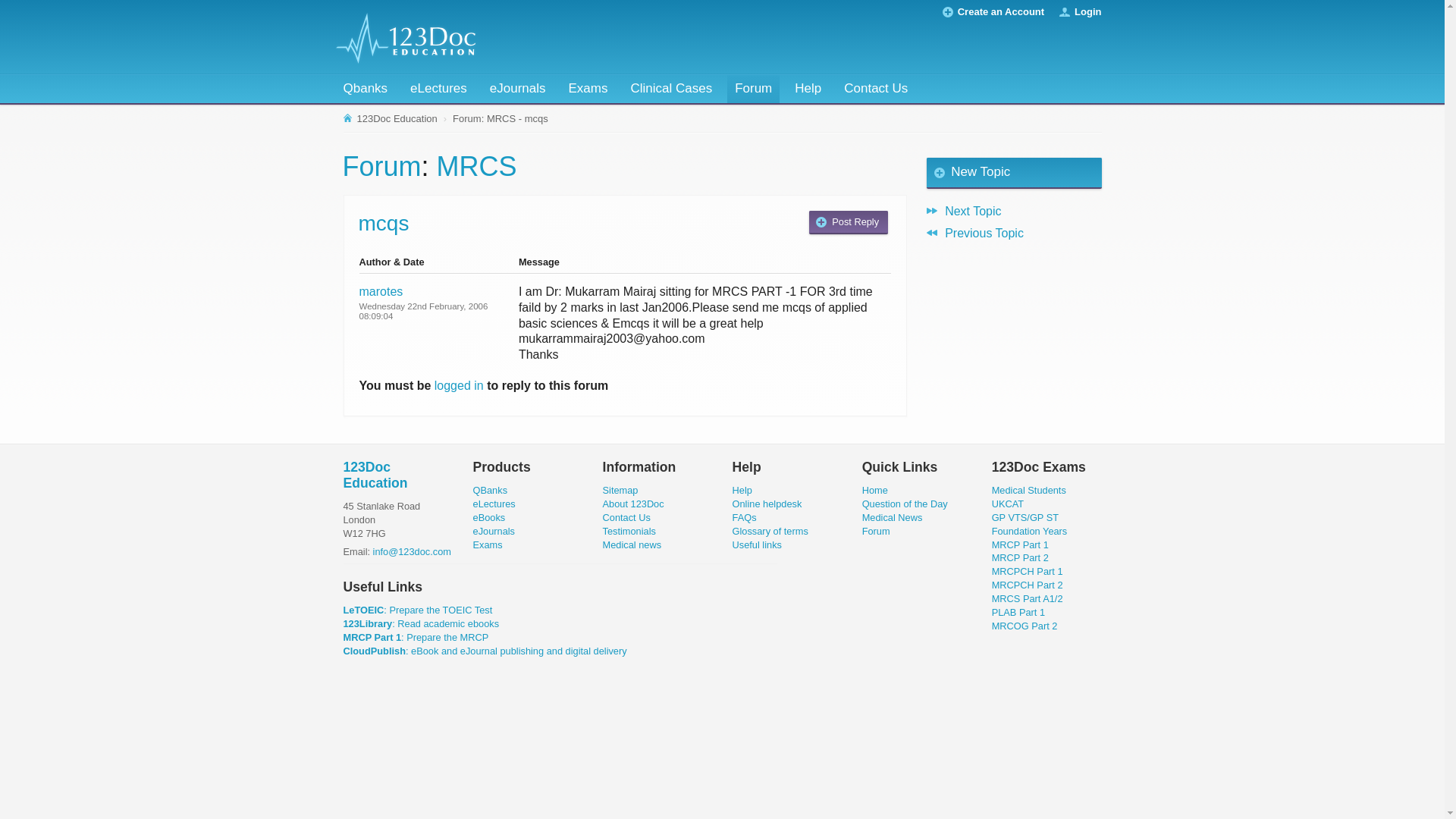 This screenshot has width=1456, height=819. Describe the element at coordinates (458, 384) in the screenshot. I see `'logged in'` at that location.